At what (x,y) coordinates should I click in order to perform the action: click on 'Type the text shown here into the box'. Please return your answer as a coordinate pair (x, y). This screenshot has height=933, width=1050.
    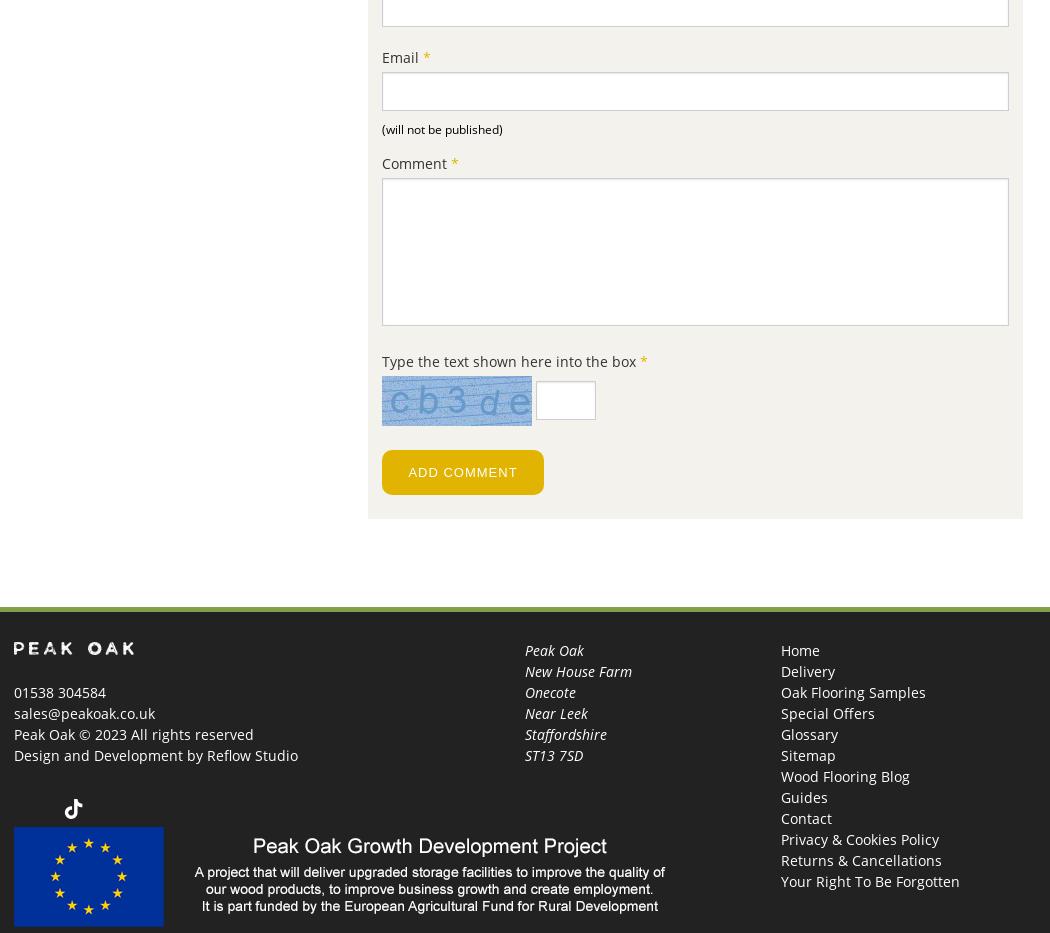
    Looking at the image, I should click on (510, 360).